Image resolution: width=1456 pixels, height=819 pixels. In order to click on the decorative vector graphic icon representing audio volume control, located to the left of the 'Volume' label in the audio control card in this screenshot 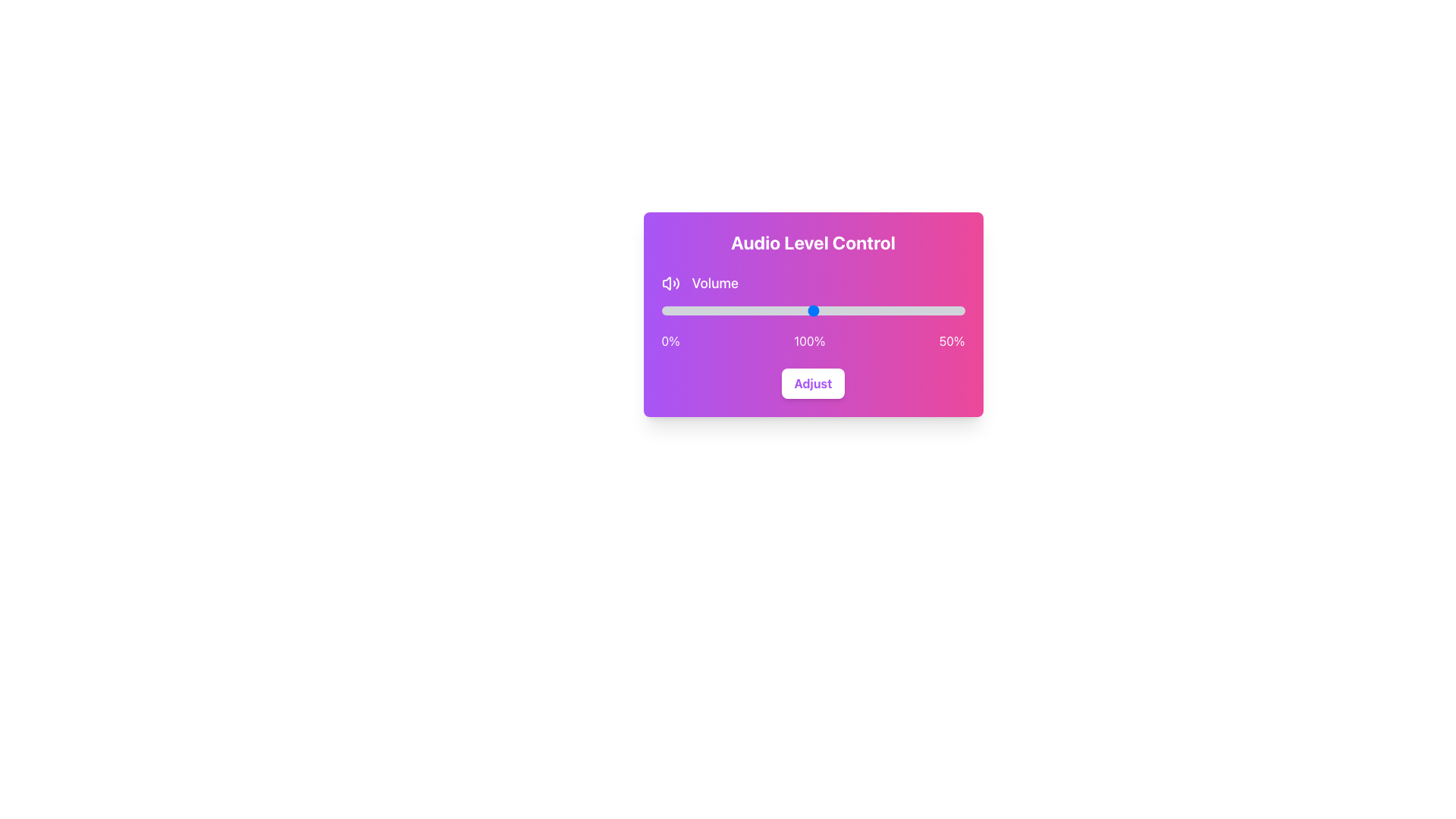, I will do `click(666, 284)`.